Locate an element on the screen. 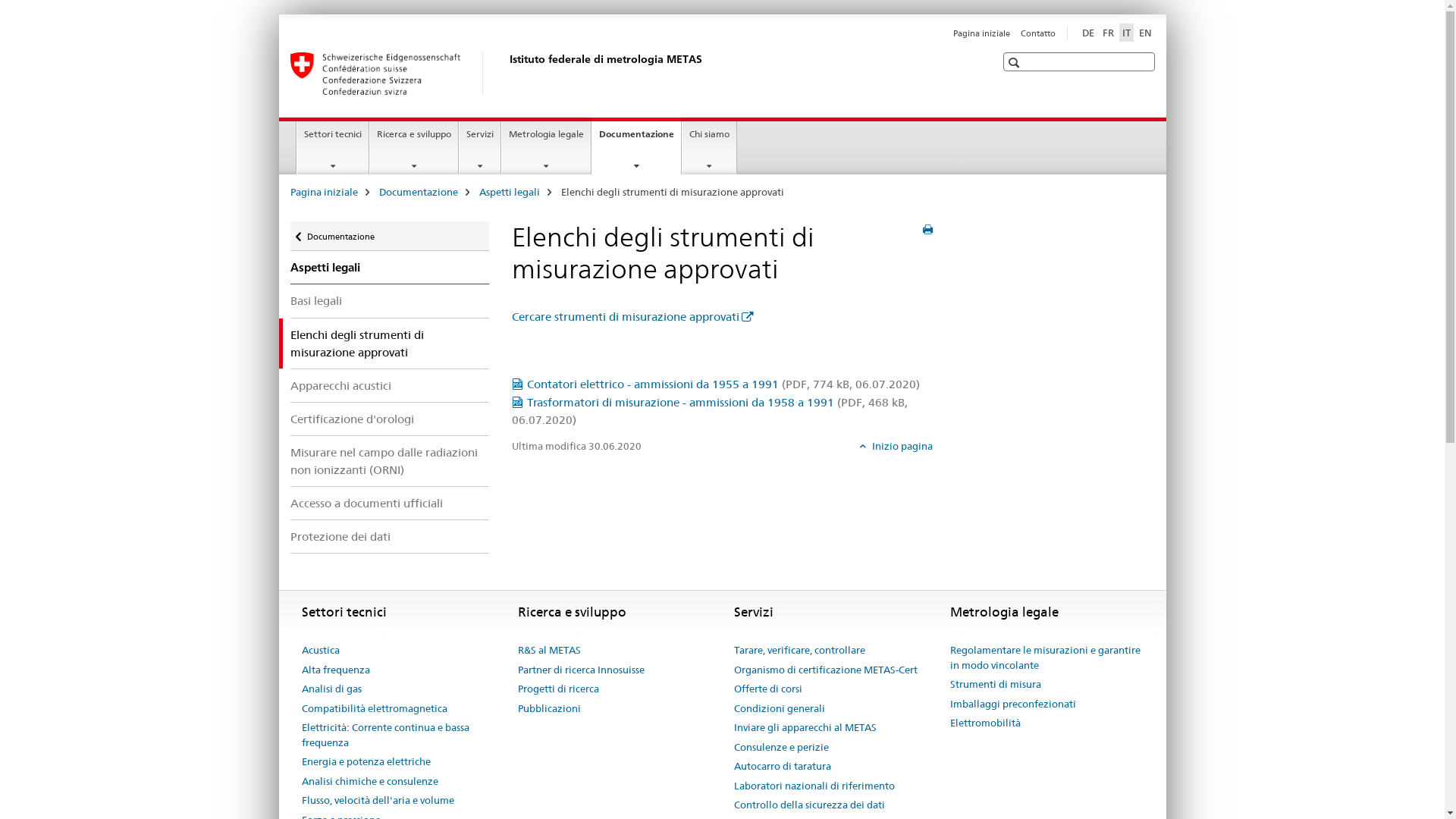 The image size is (1456, 819). 'Metrologia legale' is located at coordinates (546, 148).